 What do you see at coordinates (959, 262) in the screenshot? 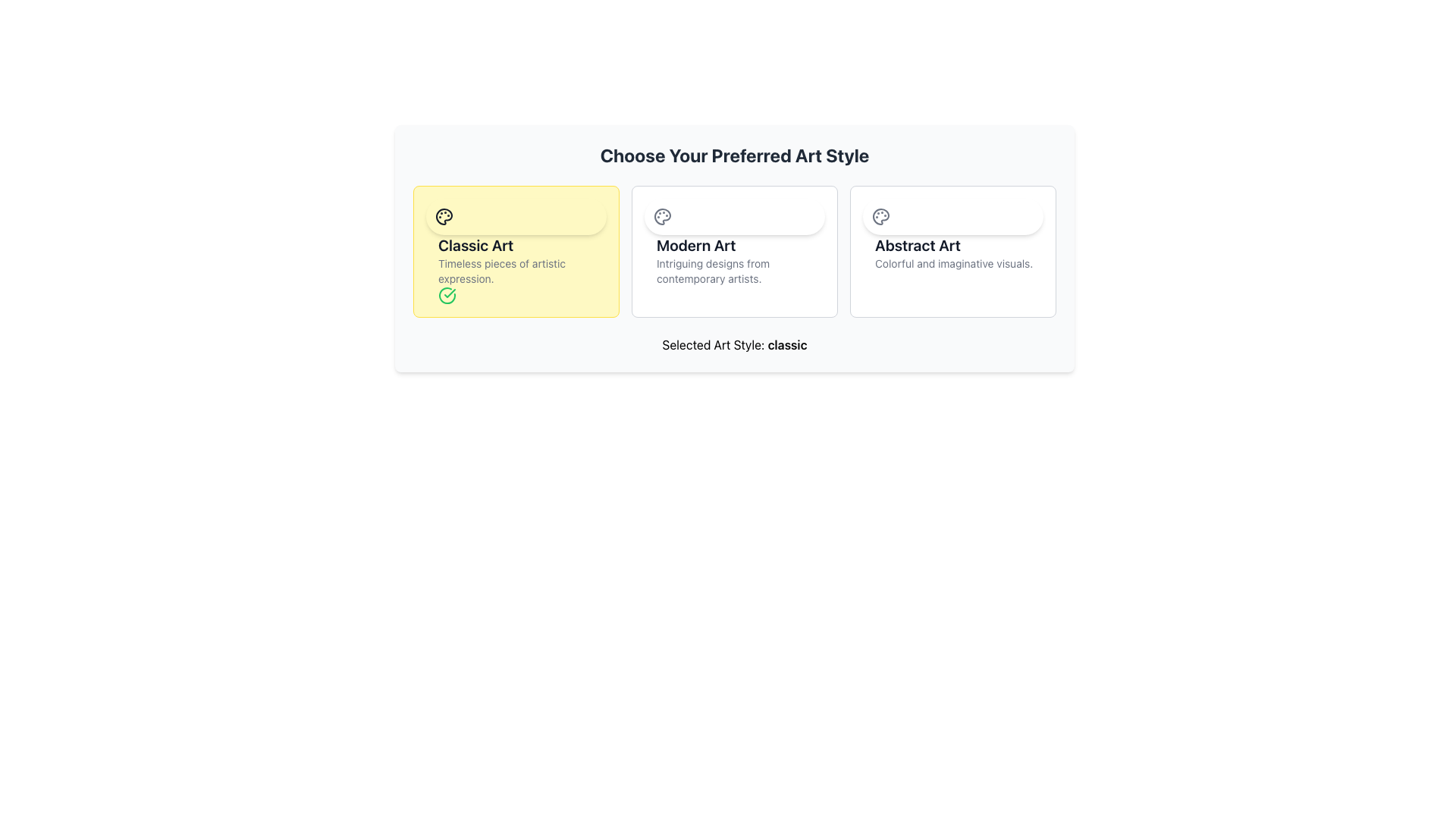
I see `the descriptive text label providing additional details about the 'Abstract Art' option, located in the third column of art styles near the right-hand side of the interface` at bounding box center [959, 262].